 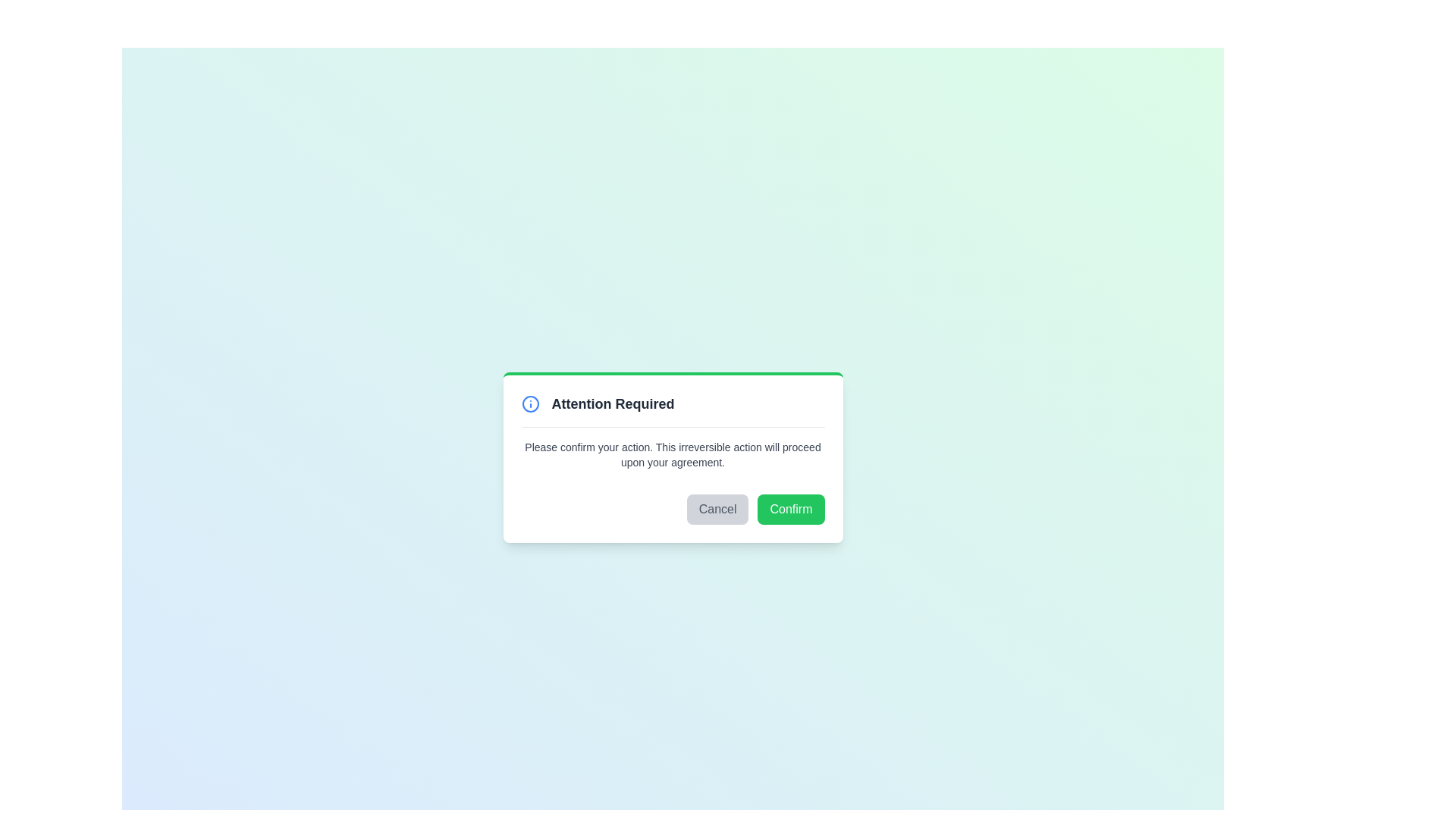 What do you see at coordinates (672, 509) in the screenshot?
I see `the button group at the bottom right of the modal to either 'Cancel' or 'Confirm' the action` at bounding box center [672, 509].